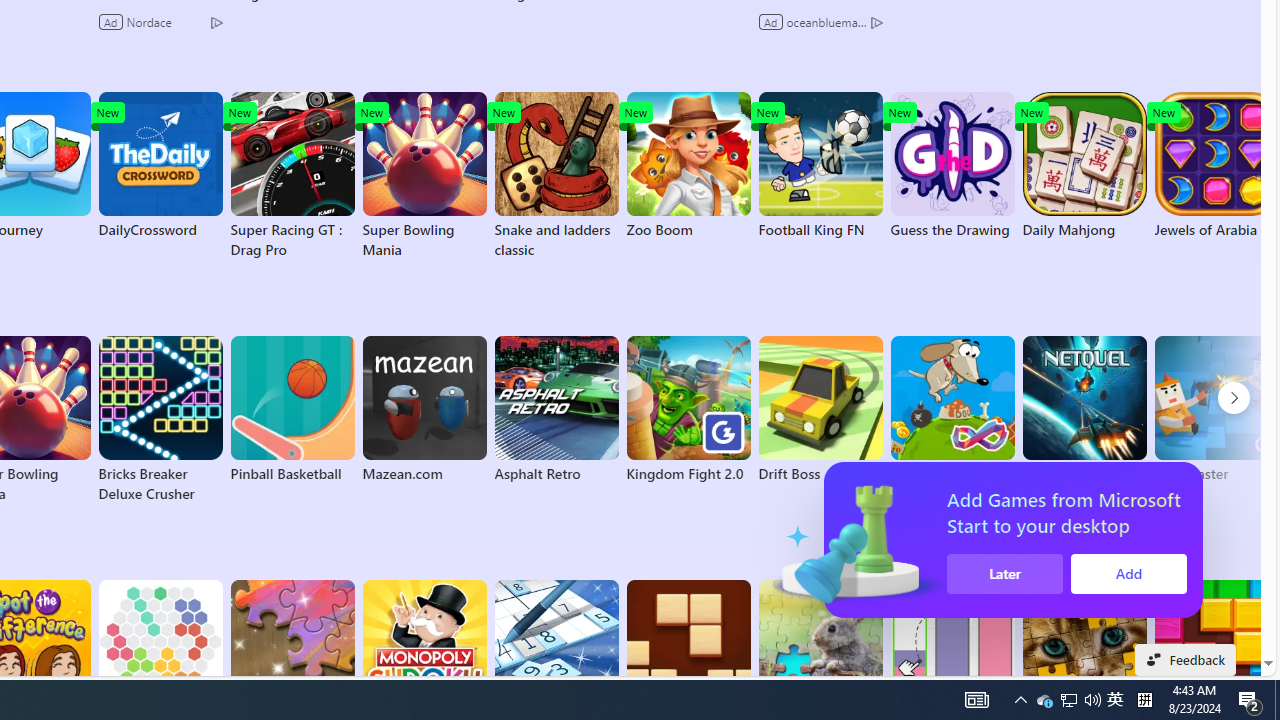  I want to click on 'Class: ad-choice  ad-choice-mono ', so click(876, 21).